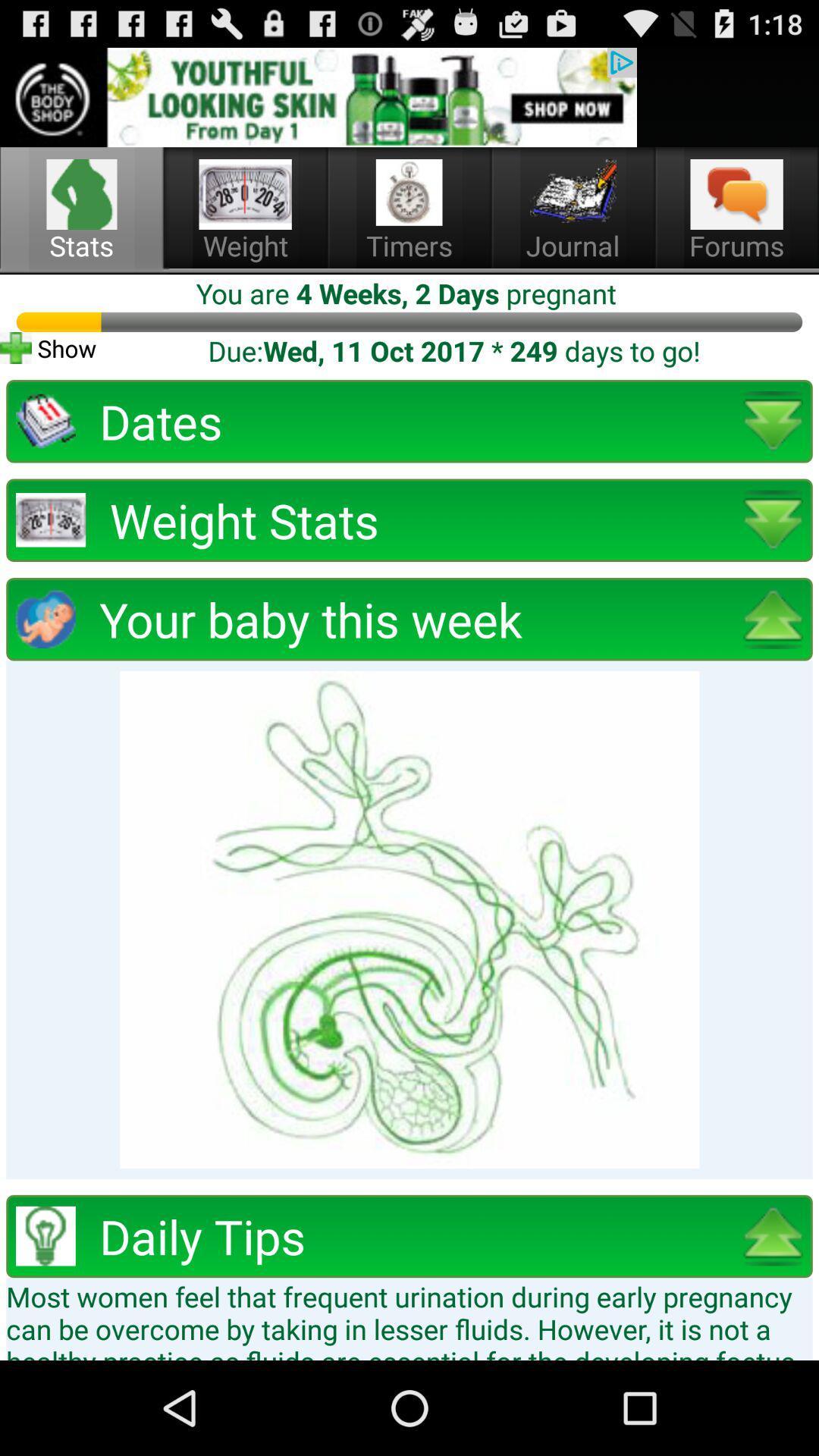  I want to click on picture of your baby this week, so click(409, 919).